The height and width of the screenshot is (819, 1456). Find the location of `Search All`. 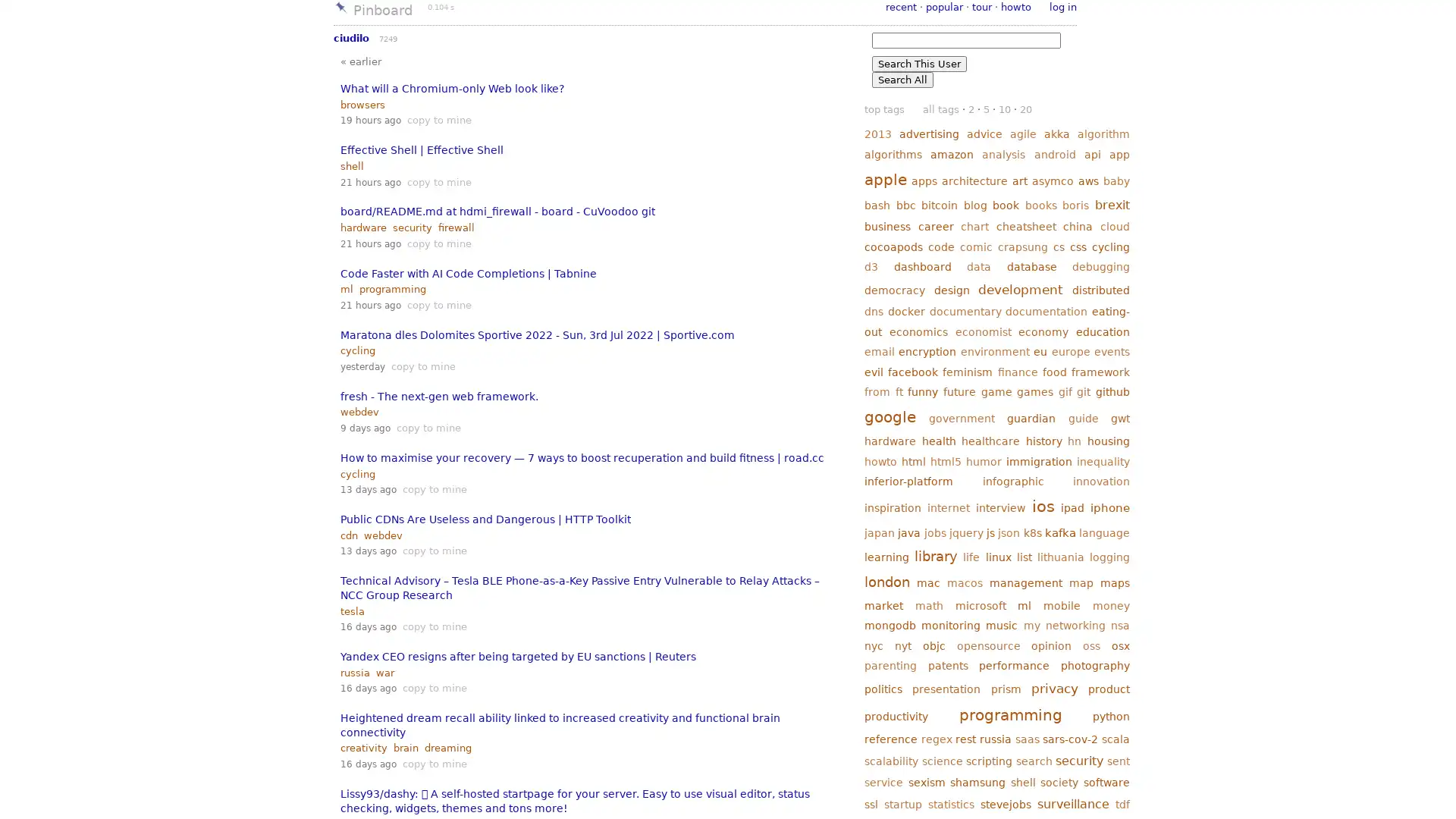

Search All is located at coordinates (902, 80).